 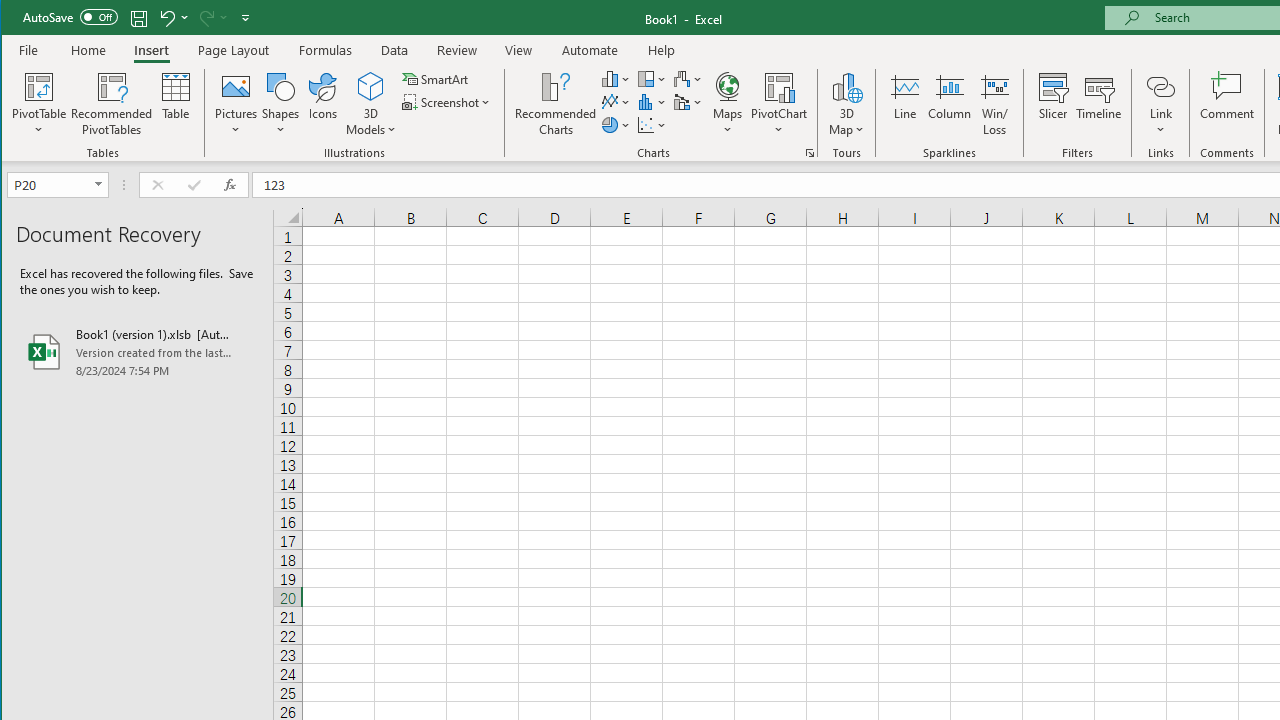 What do you see at coordinates (326, 49) in the screenshot?
I see `'Formulas'` at bounding box center [326, 49].